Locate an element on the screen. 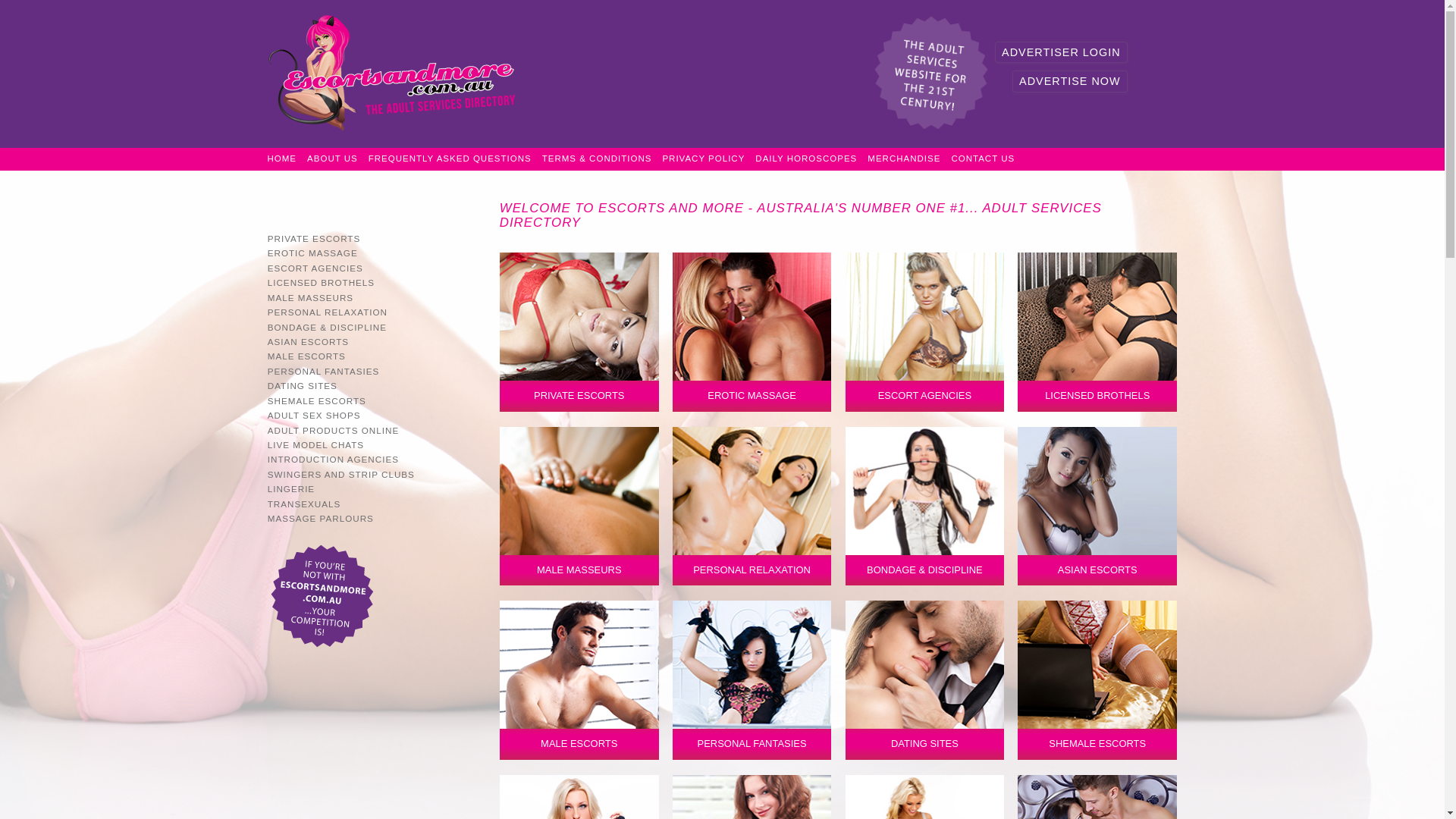 This screenshot has height=819, width=1456. 'BONDAGE & DISCIPLINE' is located at coordinates (924, 506).